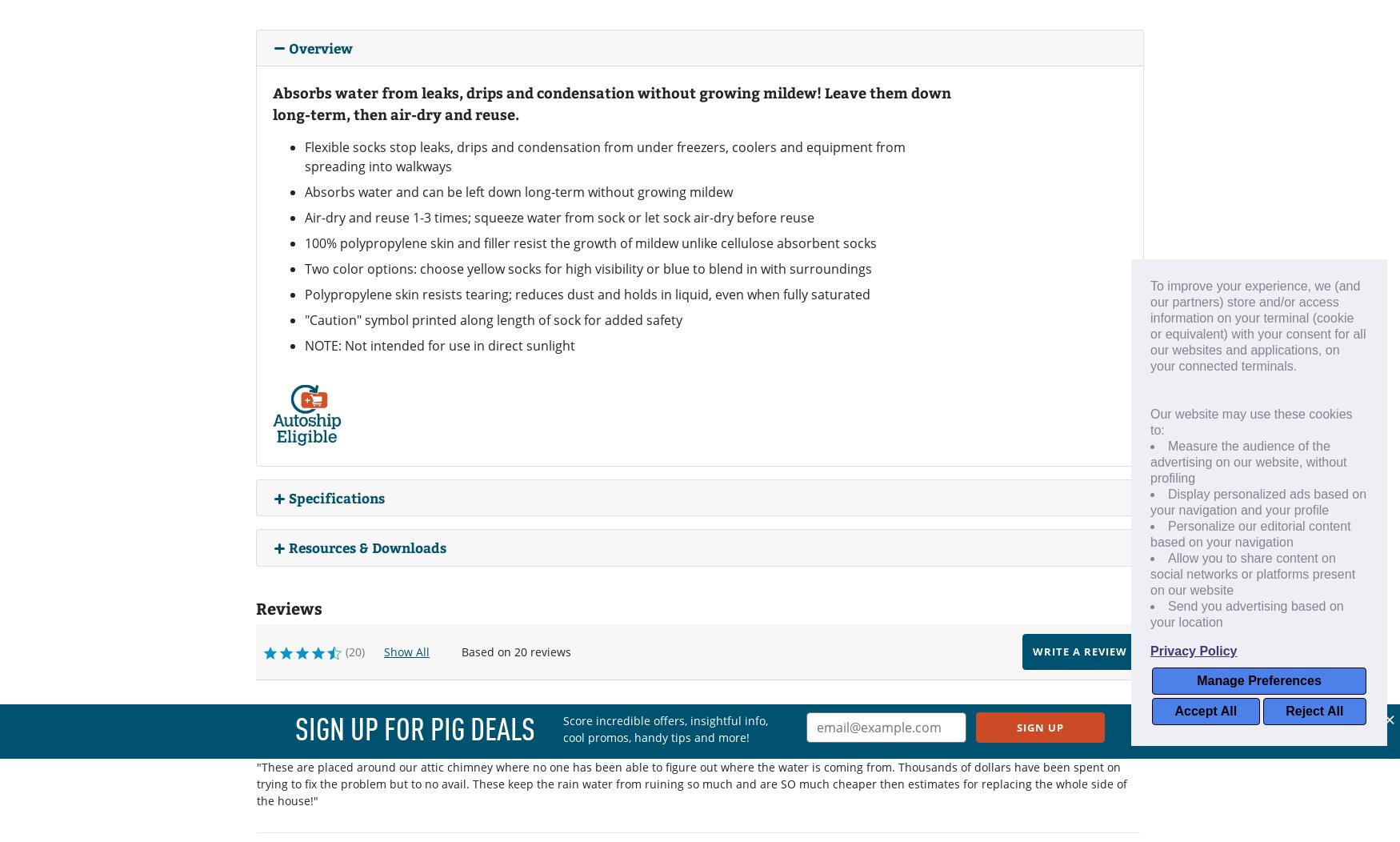 Image resolution: width=1400 pixels, height=842 pixels. Describe the element at coordinates (389, 712) in the screenshot. I see `'Carolyn'` at that location.